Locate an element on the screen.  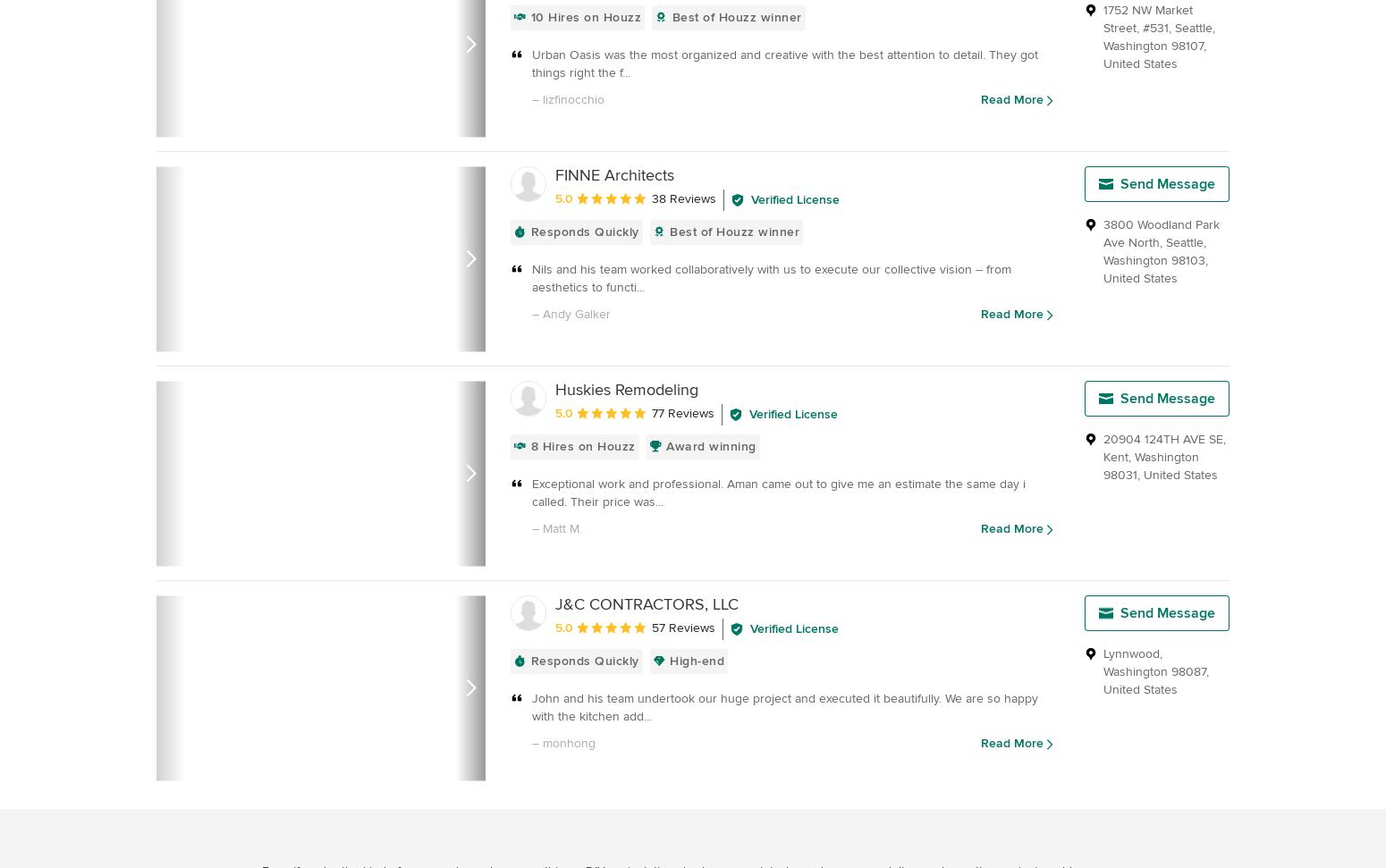
'monhong' is located at coordinates (542, 742).